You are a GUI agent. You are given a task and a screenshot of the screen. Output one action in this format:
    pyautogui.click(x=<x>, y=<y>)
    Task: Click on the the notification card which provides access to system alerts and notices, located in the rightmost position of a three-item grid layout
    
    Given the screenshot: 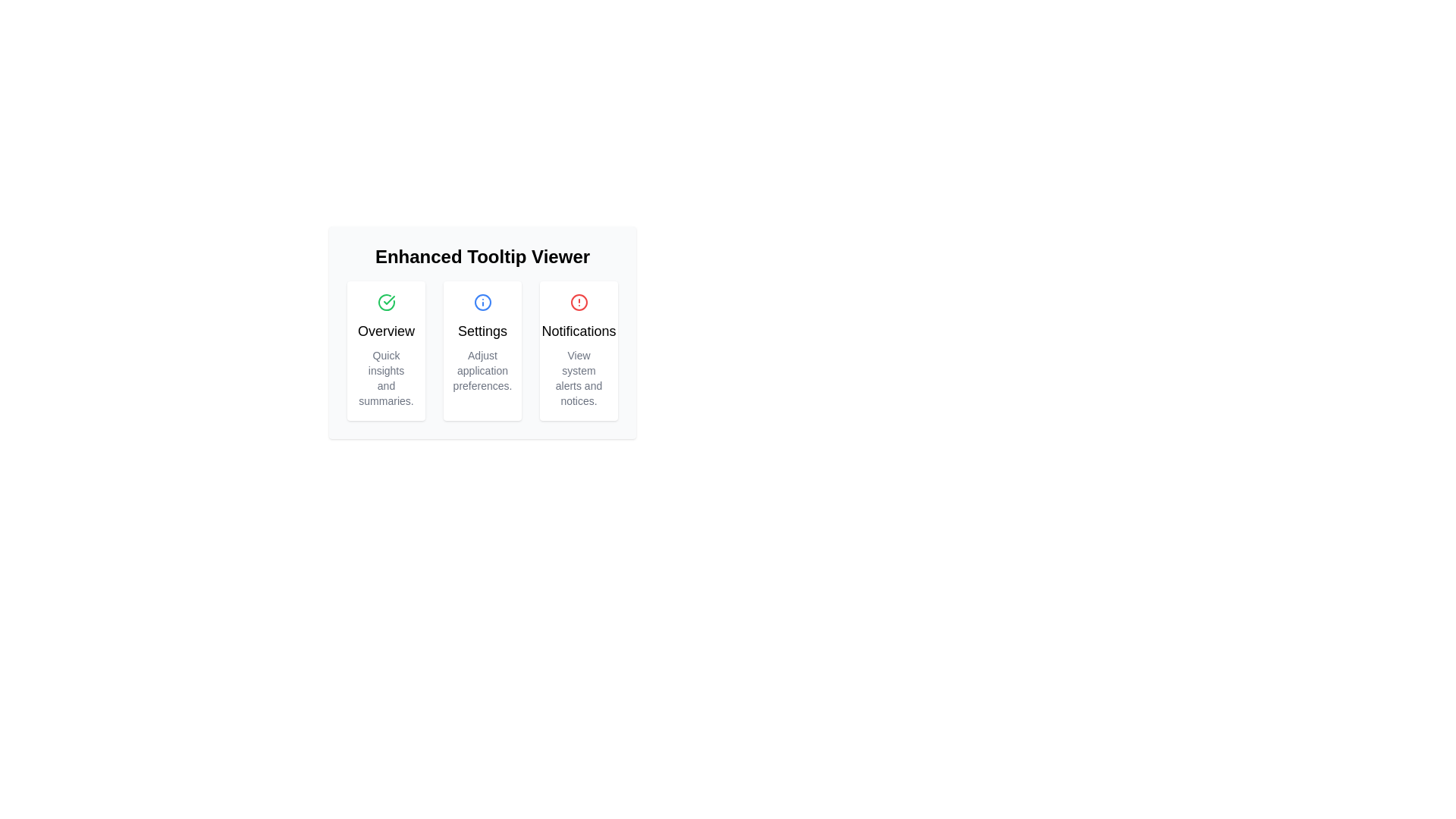 What is the action you would take?
    pyautogui.click(x=578, y=350)
    